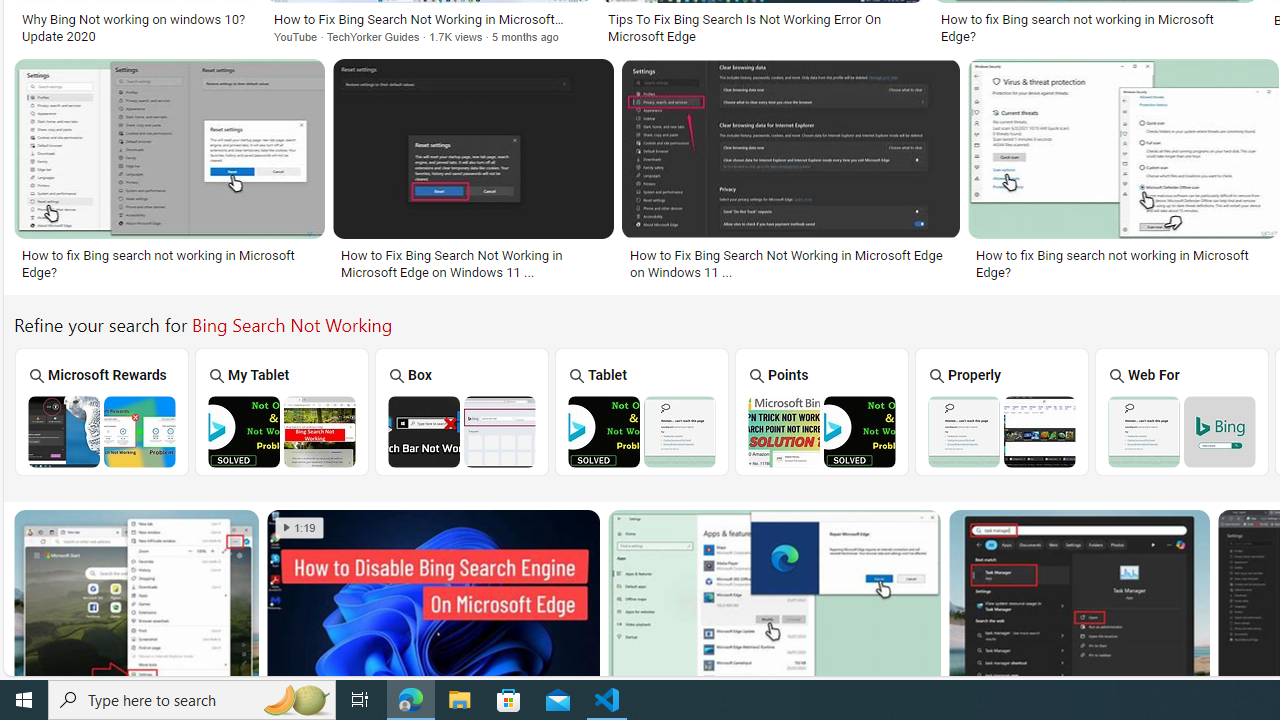 The height and width of the screenshot is (720, 1280). Describe the element at coordinates (1002, 430) in the screenshot. I see `'Bing Search Not Working Properly'` at that location.